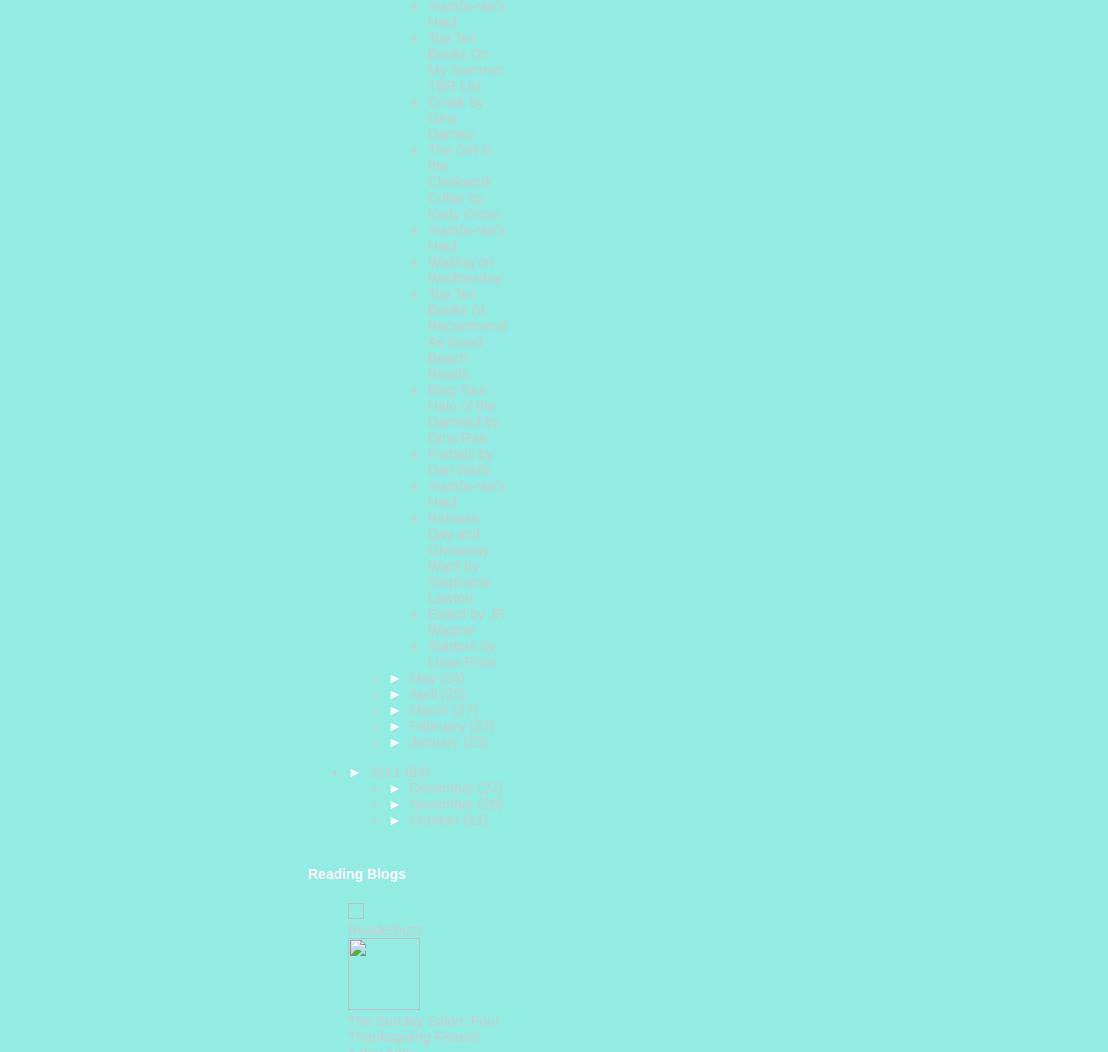 The height and width of the screenshot is (1052, 1108). I want to click on 'Reading Blogs', so click(355, 871).